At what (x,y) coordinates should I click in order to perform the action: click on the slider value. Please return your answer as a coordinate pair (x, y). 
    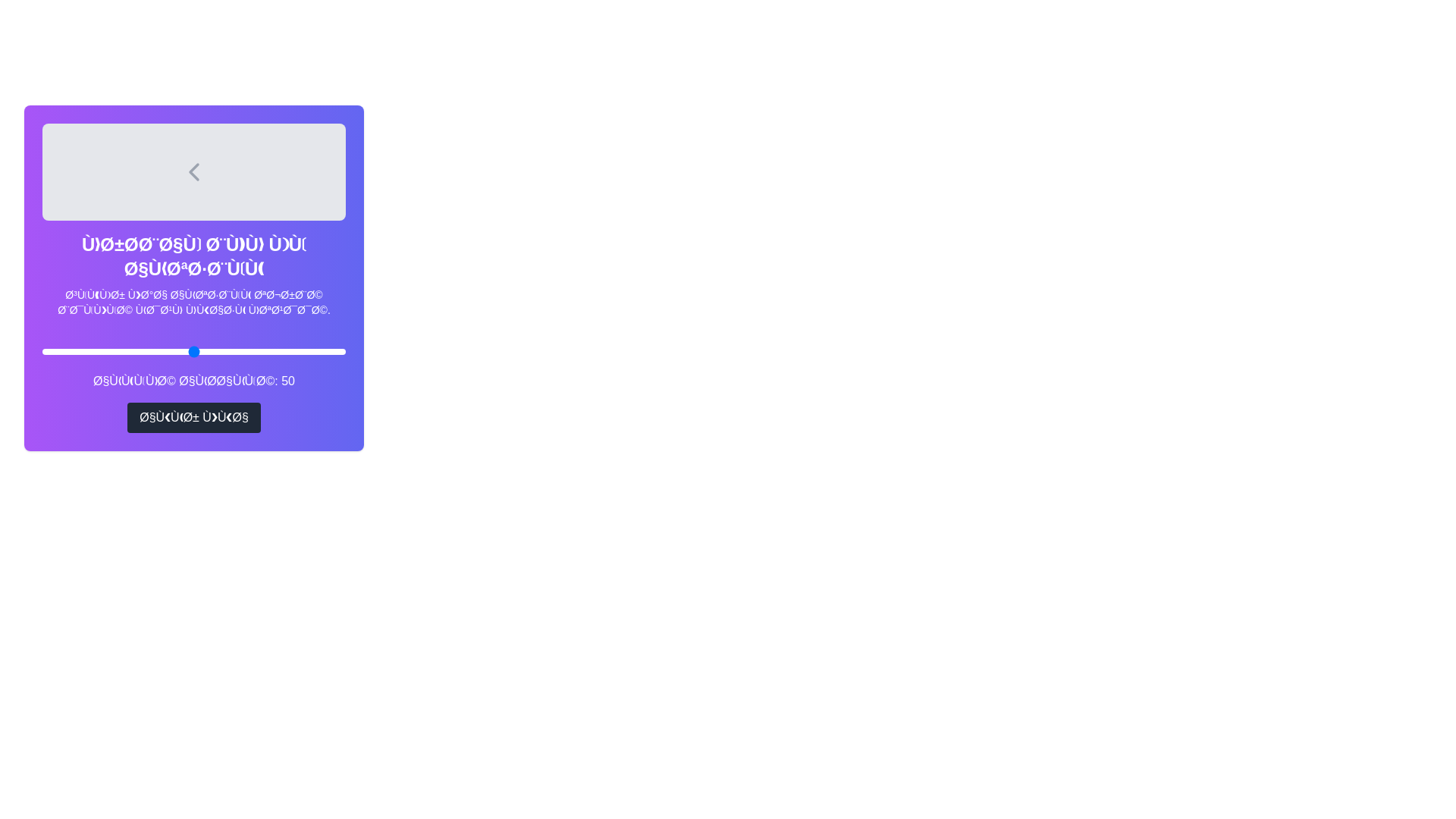
    Looking at the image, I should click on (142, 351).